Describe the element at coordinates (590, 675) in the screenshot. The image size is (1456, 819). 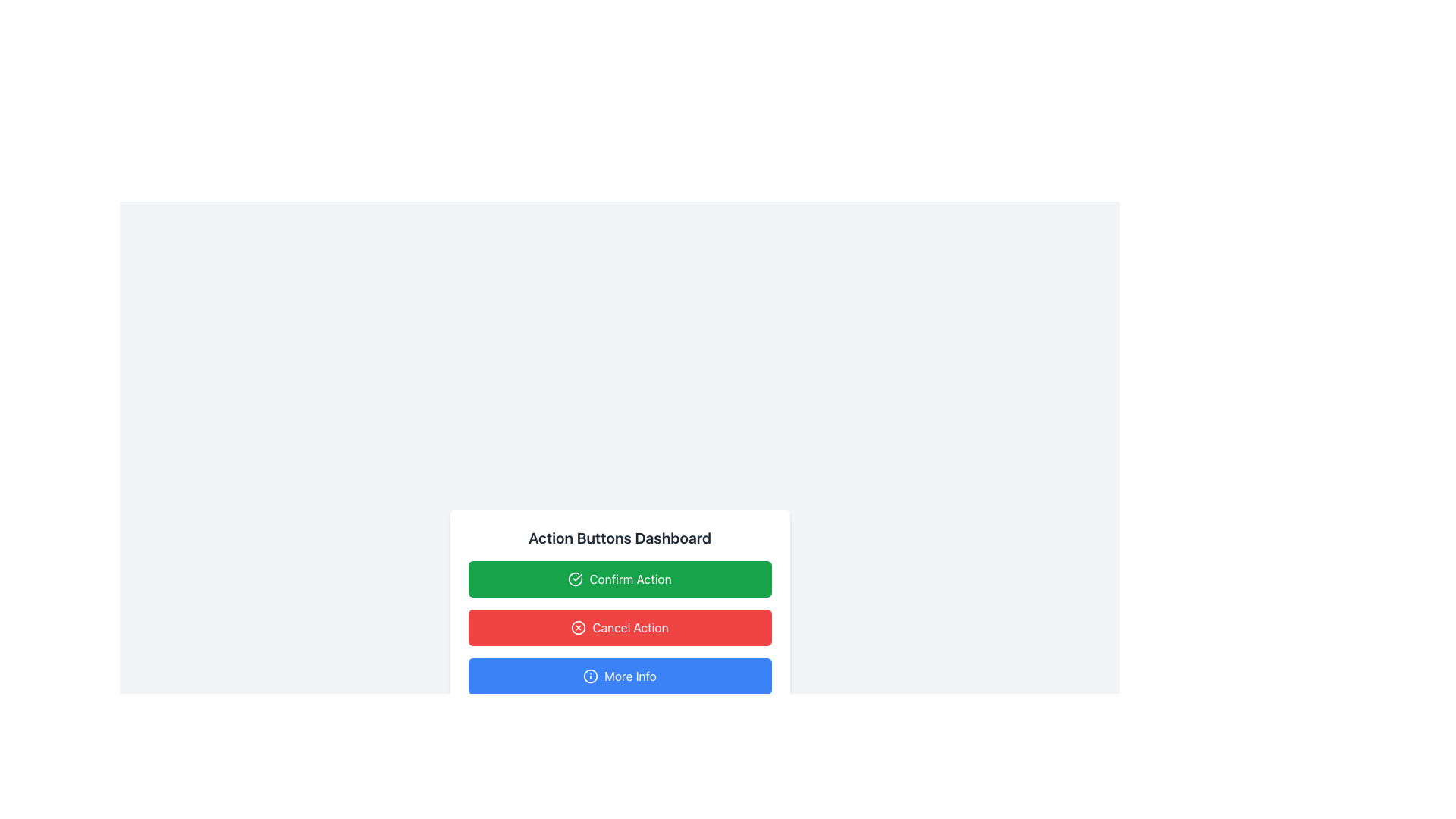
I see `the 'More Info' icon, which is a subcomponent of the third button in the 'Action Buttons Dashboard' interface` at that location.